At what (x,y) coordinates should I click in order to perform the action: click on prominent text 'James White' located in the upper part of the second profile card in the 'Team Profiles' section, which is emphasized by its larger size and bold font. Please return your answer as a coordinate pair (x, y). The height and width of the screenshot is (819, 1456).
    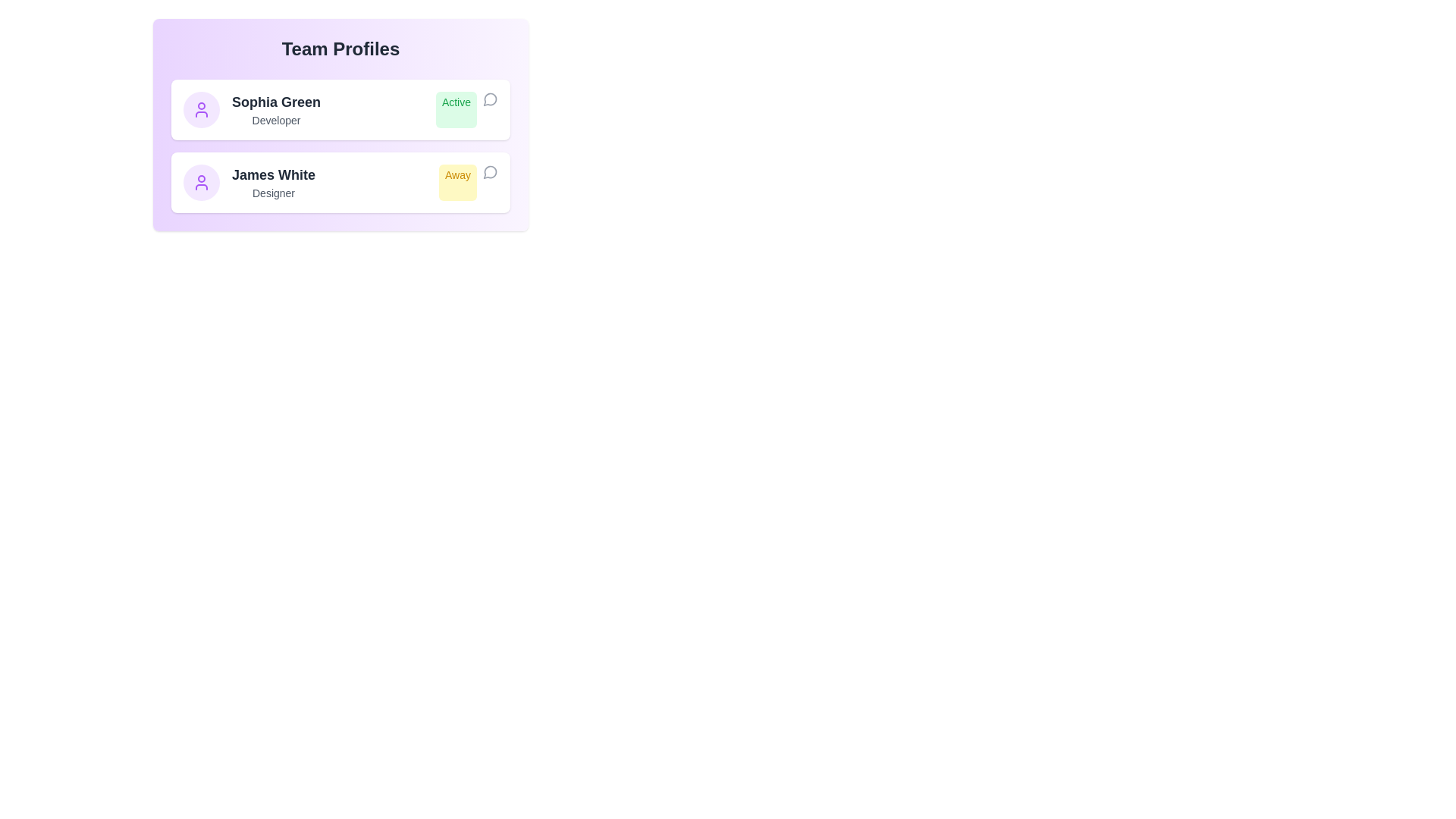
    Looking at the image, I should click on (273, 174).